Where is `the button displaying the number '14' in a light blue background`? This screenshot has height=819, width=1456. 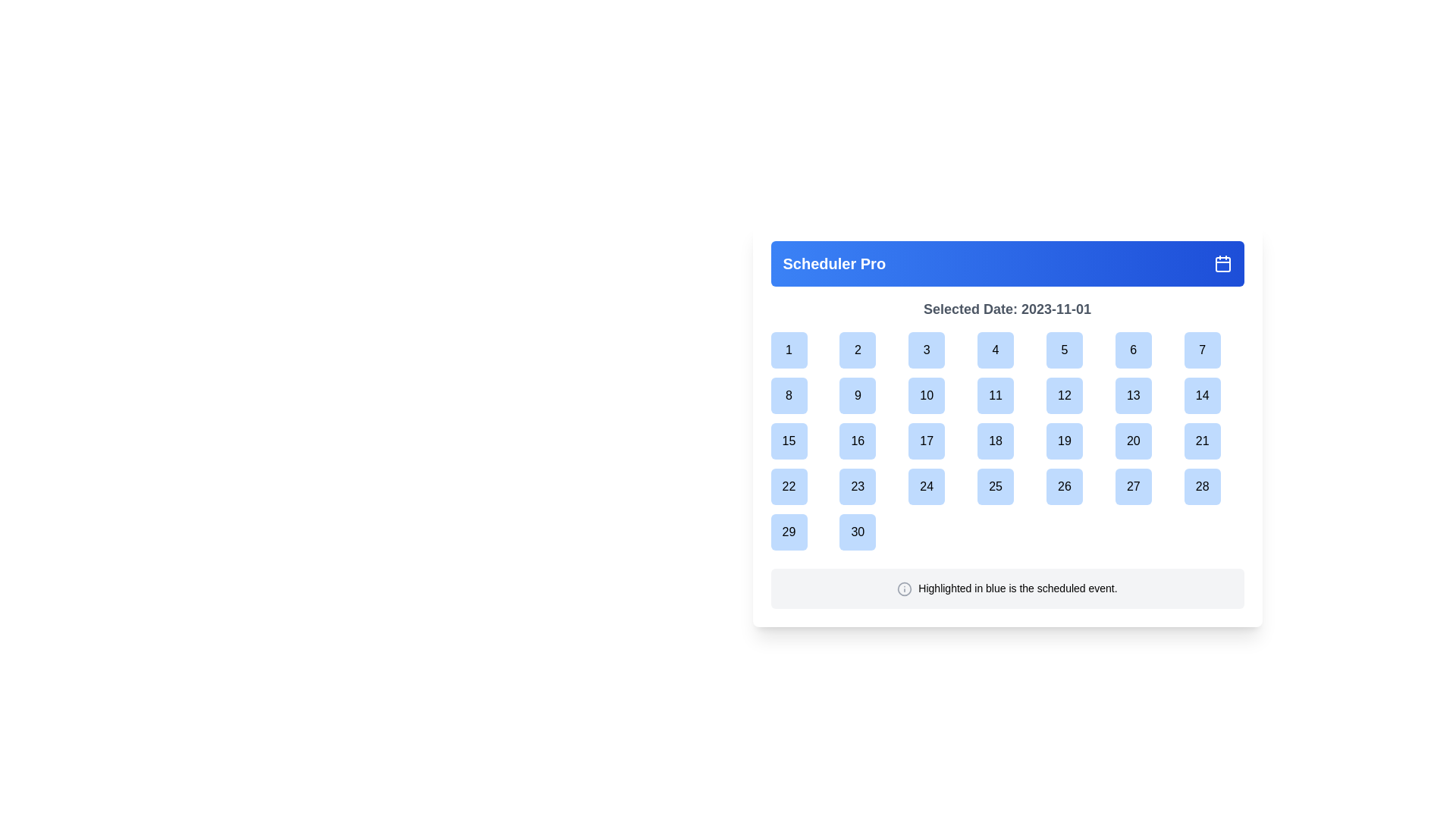 the button displaying the number '14' in a light blue background is located at coordinates (1214, 394).